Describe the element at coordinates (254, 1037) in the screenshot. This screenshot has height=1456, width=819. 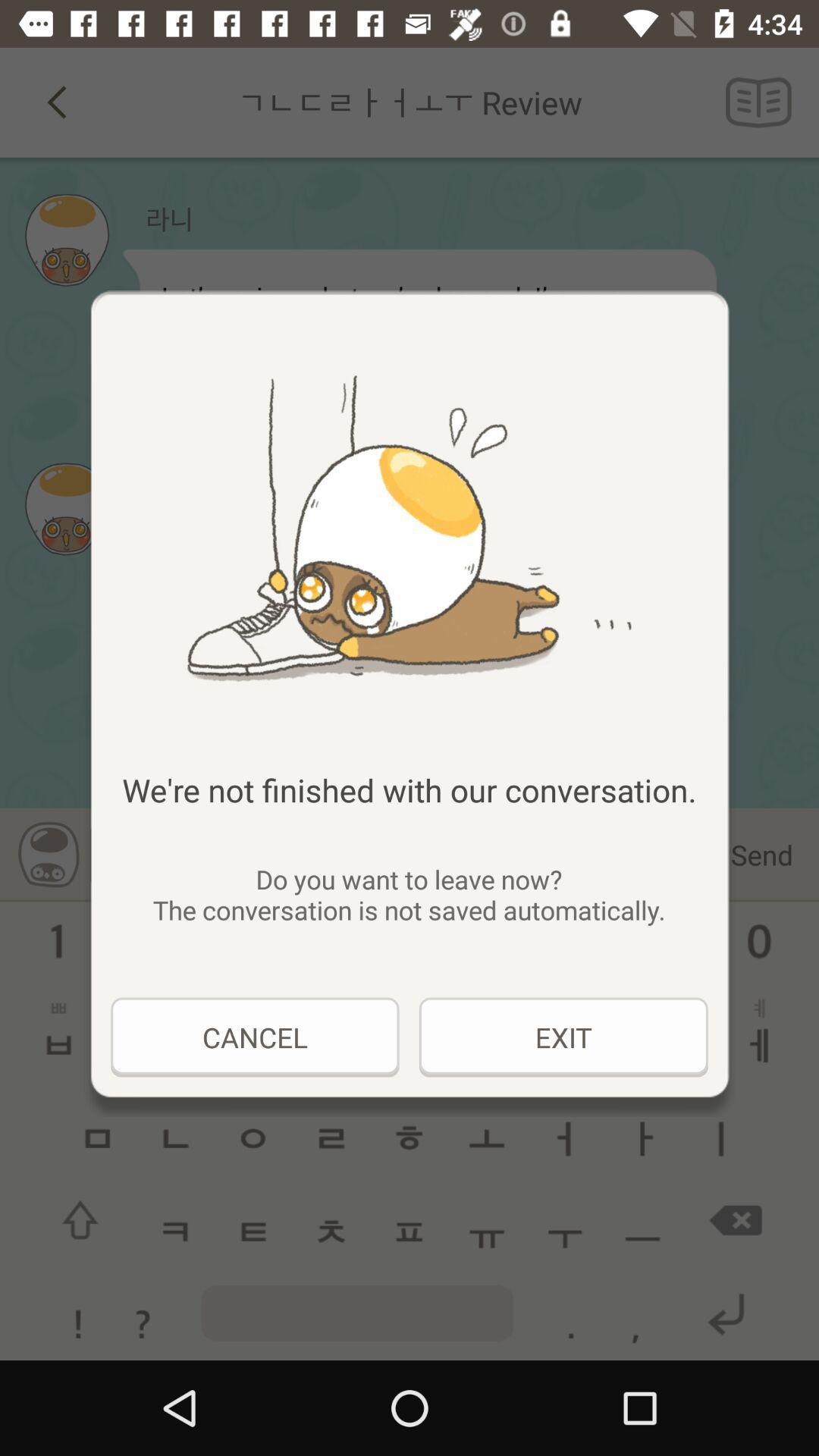
I see `item to the left of exit` at that location.